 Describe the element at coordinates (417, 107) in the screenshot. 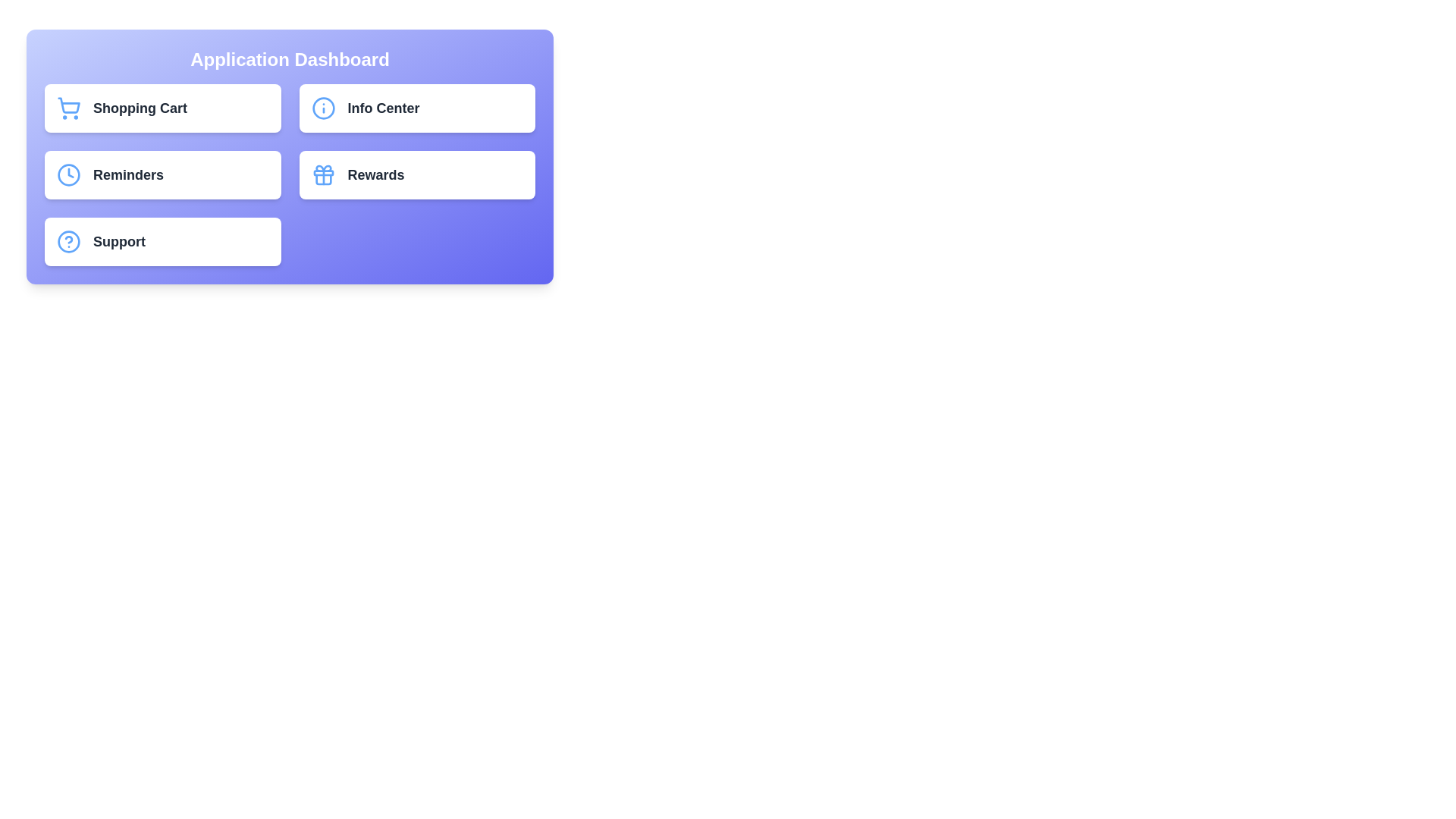

I see `the 'Info Center' card located in the top-right section of the interface, which is the second card in the top row of a 2x3 grid layout` at that location.